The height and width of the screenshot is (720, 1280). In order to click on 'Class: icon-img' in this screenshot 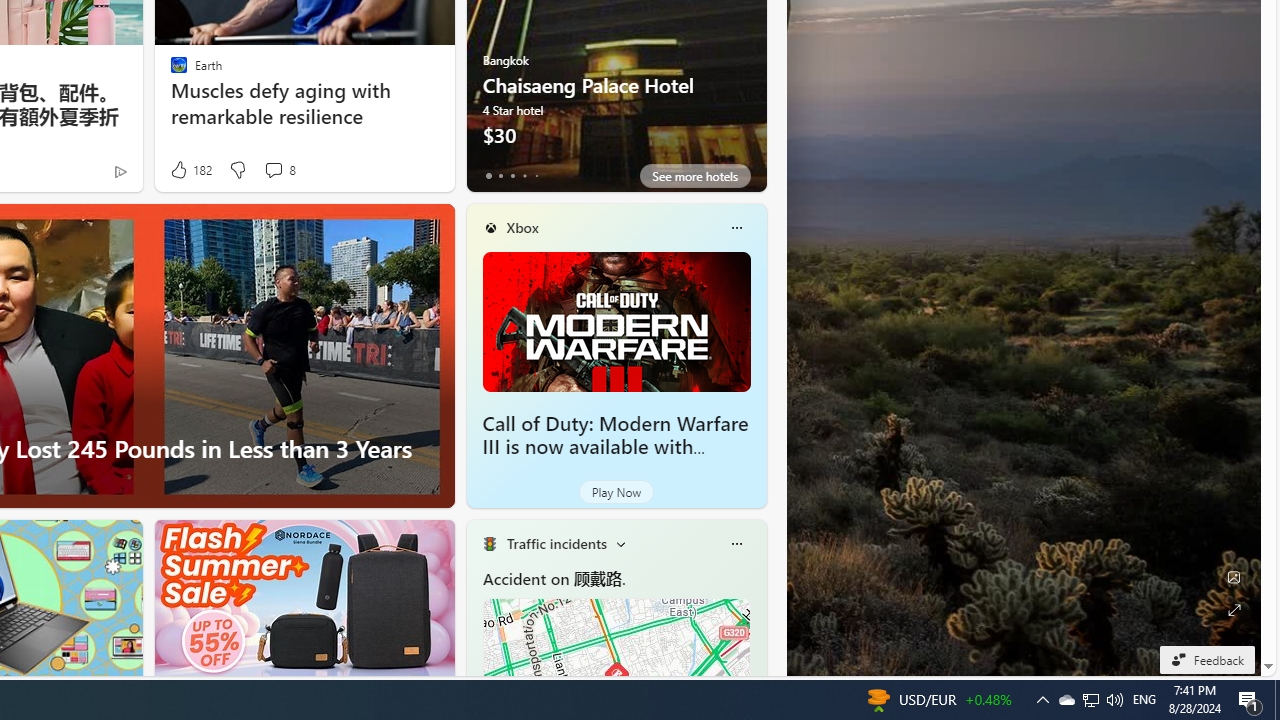, I will do `click(735, 543)`.